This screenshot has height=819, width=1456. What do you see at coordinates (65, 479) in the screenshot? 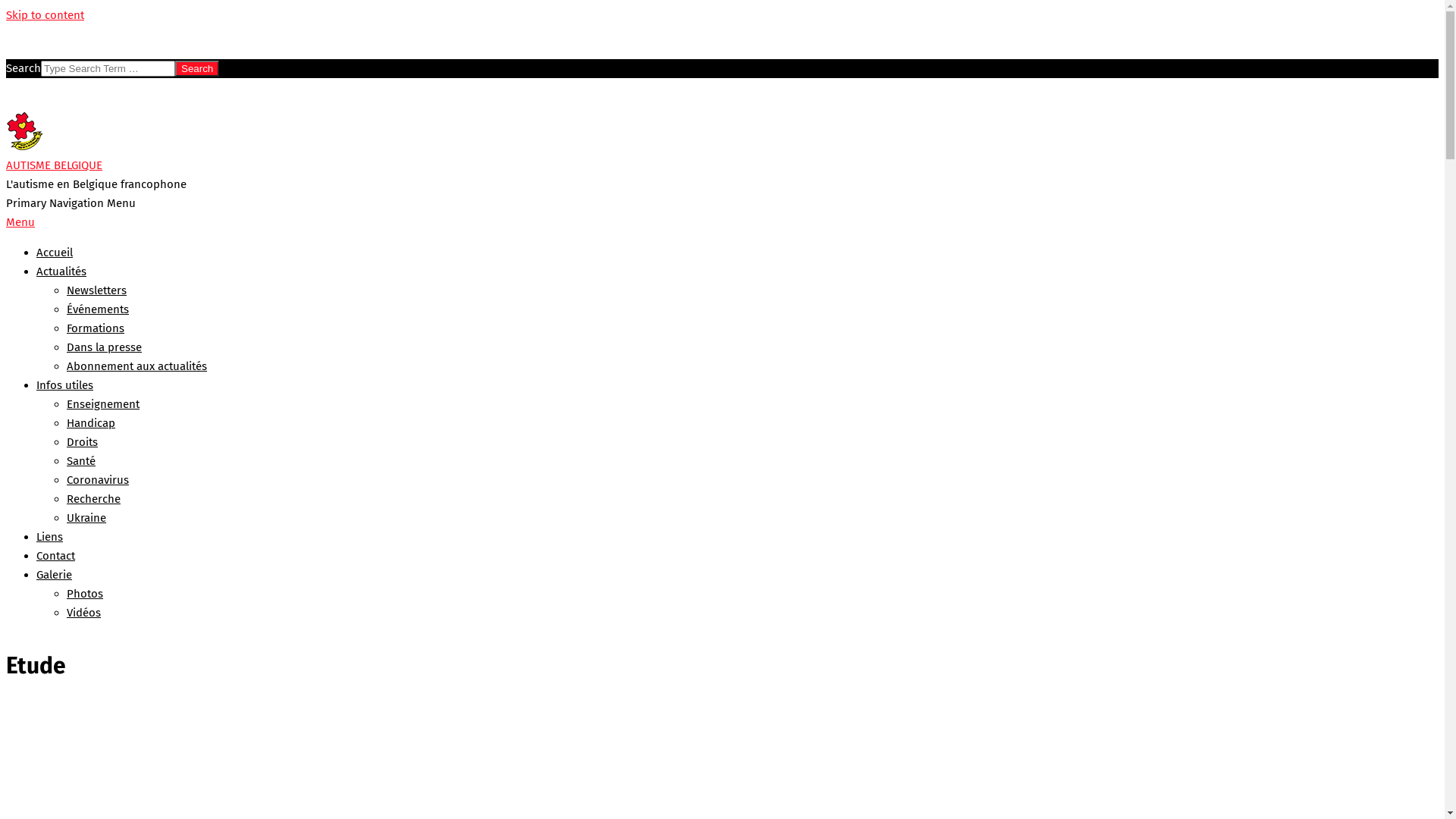
I see `'Coronavirus'` at bounding box center [65, 479].